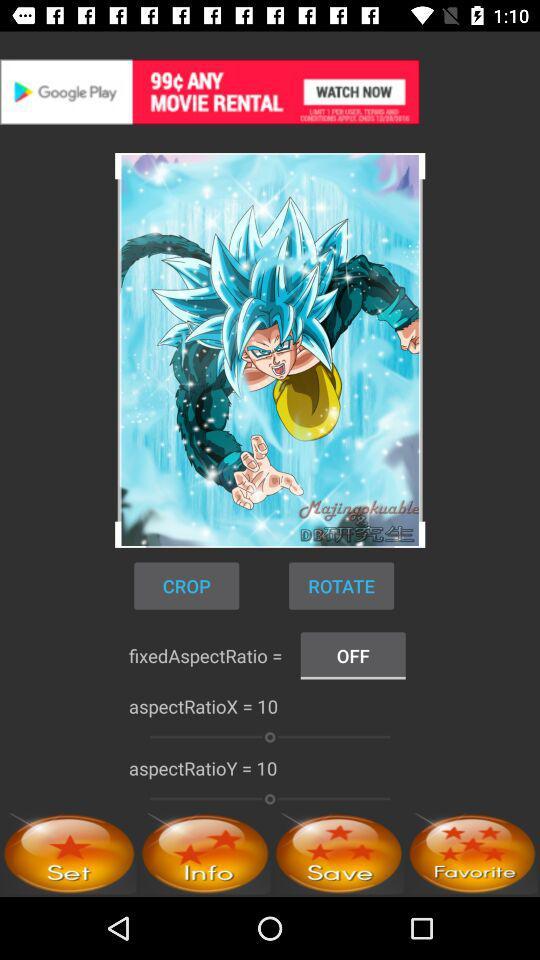  Describe the element at coordinates (338, 852) in the screenshot. I see `rating` at that location.